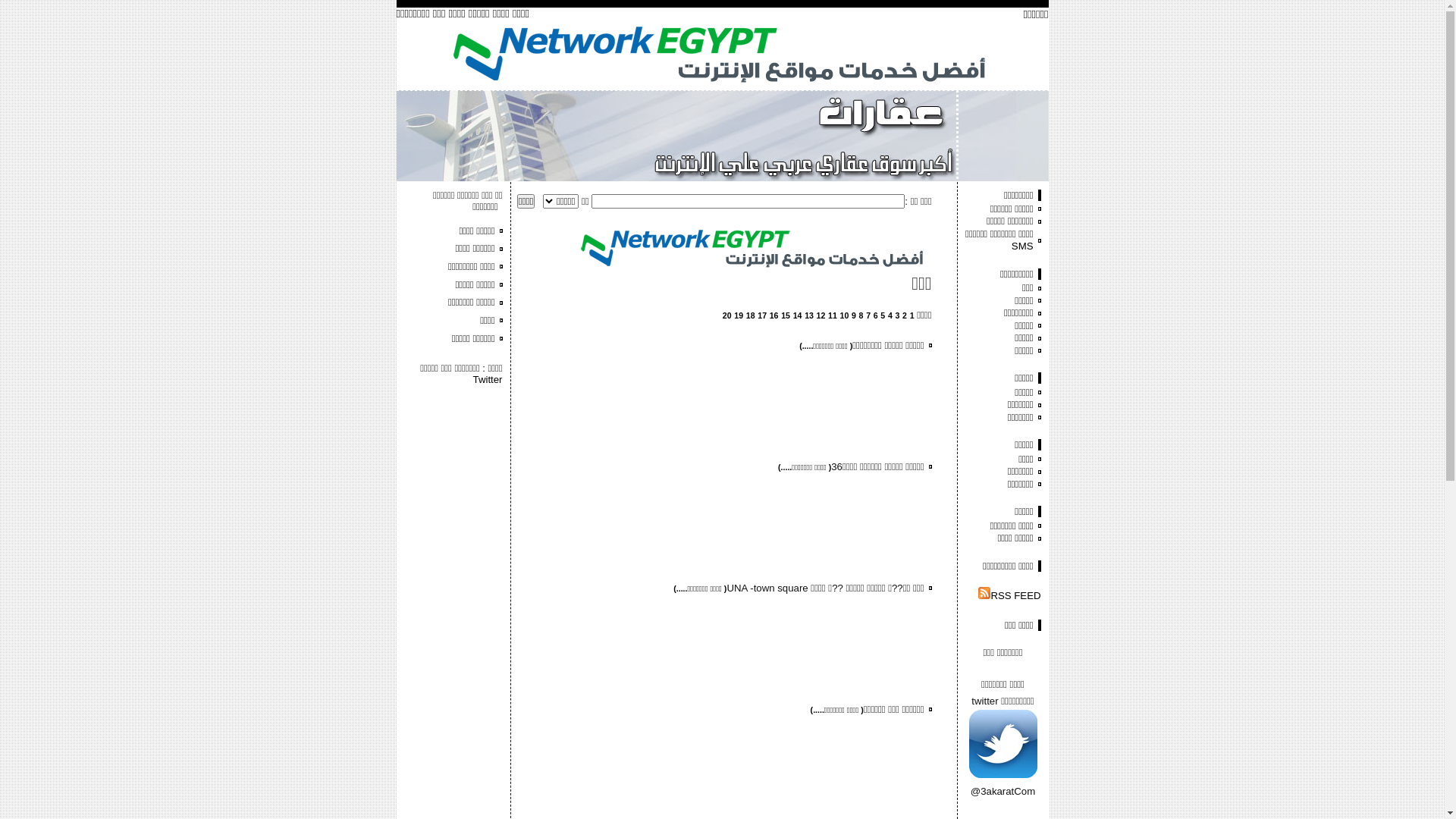 The image size is (1456, 819). What do you see at coordinates (832, 315) in the screenshot?
I see `'11'` at bounding box center [832, 315].